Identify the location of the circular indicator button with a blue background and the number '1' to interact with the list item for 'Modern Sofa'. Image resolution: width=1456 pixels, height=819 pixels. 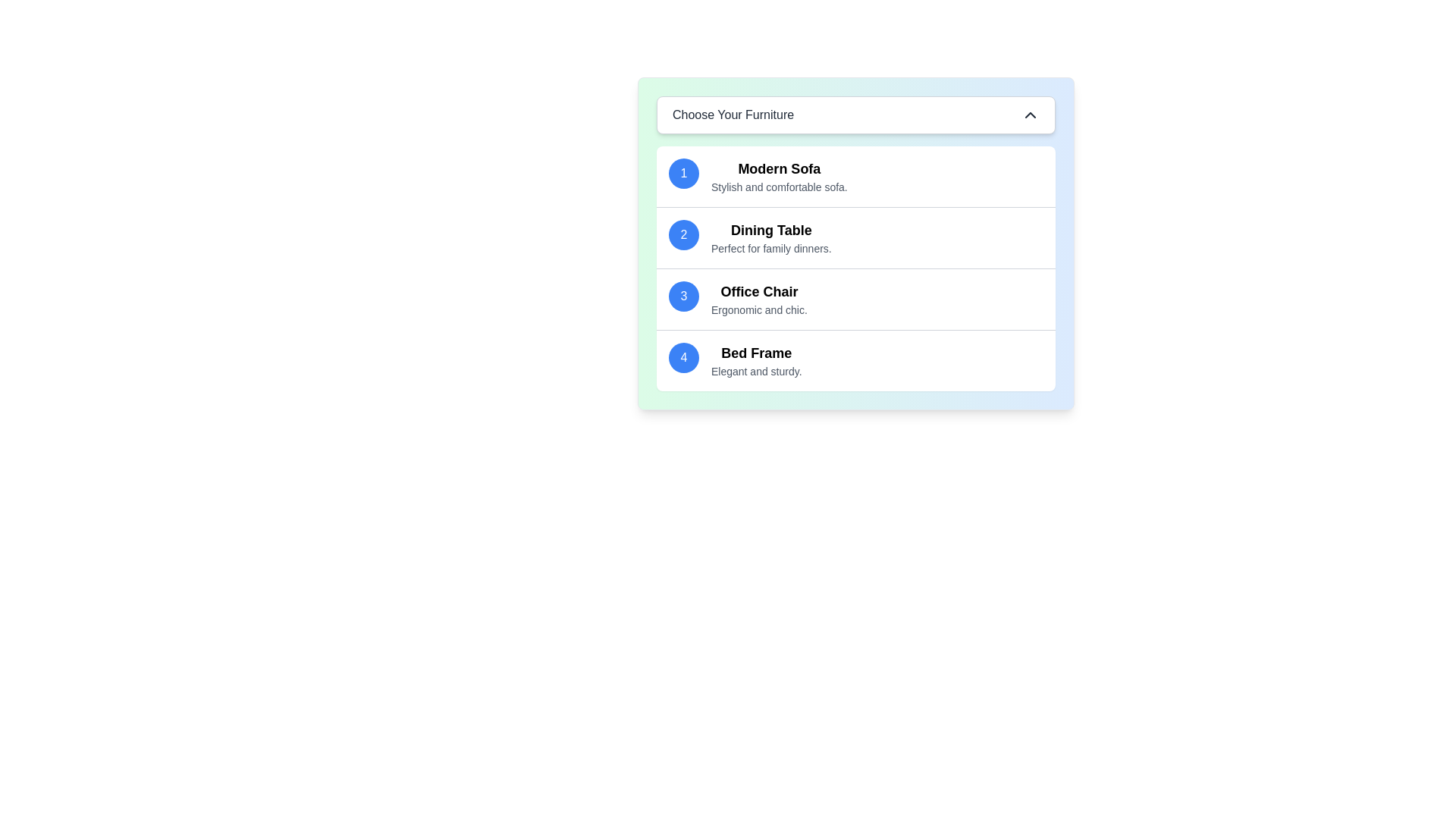
(683, 172).